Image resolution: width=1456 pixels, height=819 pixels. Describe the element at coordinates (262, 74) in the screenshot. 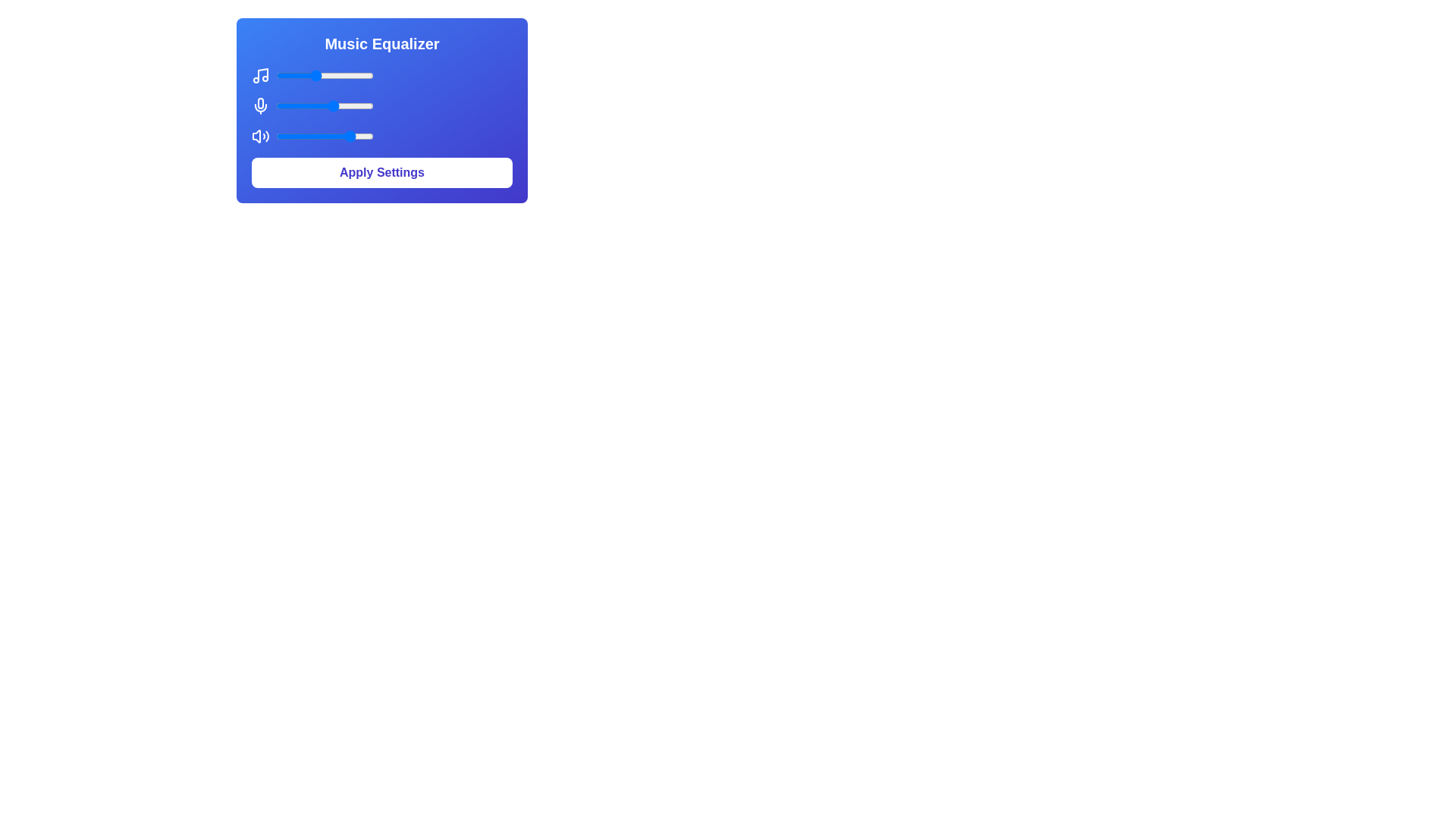

I see `the musical note icon located in the 'Music Equalizer' dialog box, positioned near the top left corner` at that location.